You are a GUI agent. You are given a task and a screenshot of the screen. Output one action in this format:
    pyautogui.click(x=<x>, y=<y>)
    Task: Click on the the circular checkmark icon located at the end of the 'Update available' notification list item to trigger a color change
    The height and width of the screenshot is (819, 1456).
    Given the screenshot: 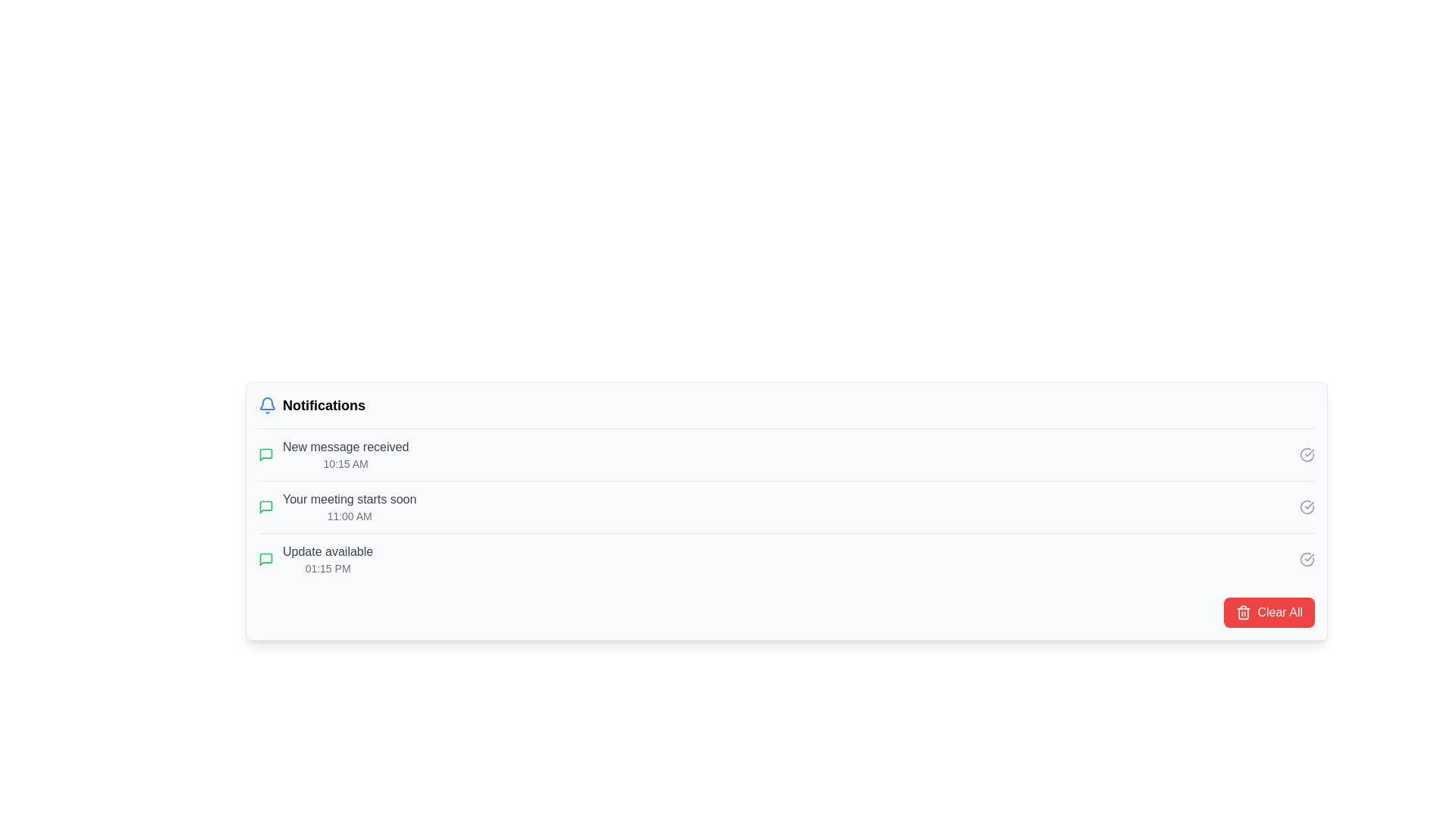 What is the action you would take?
    pyautogui.click(x=1306, y=507)
    